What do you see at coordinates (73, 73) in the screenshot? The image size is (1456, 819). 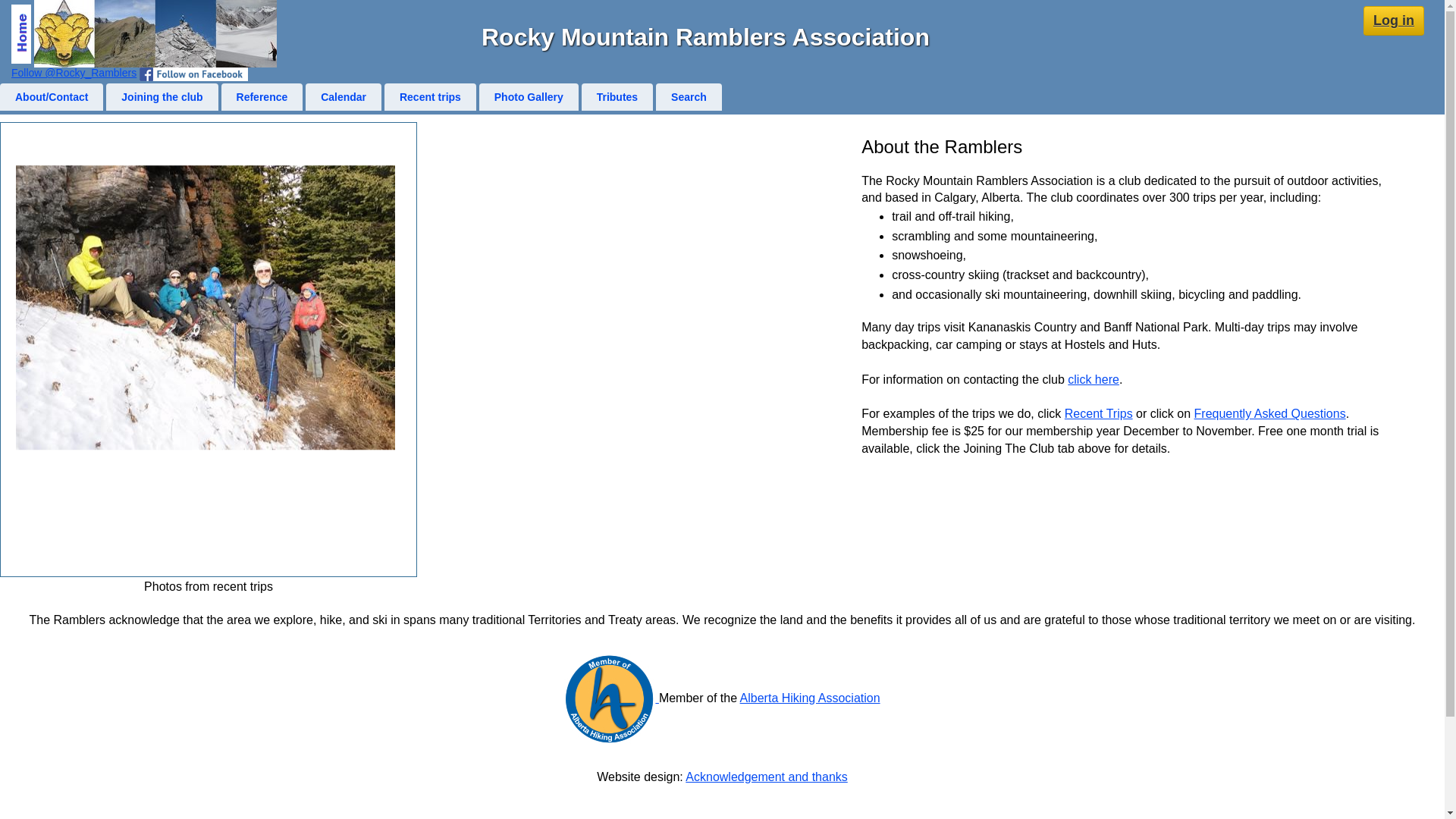 I see `'Follow @Rocky_Ramblers'` at bounding box center [73, 73].